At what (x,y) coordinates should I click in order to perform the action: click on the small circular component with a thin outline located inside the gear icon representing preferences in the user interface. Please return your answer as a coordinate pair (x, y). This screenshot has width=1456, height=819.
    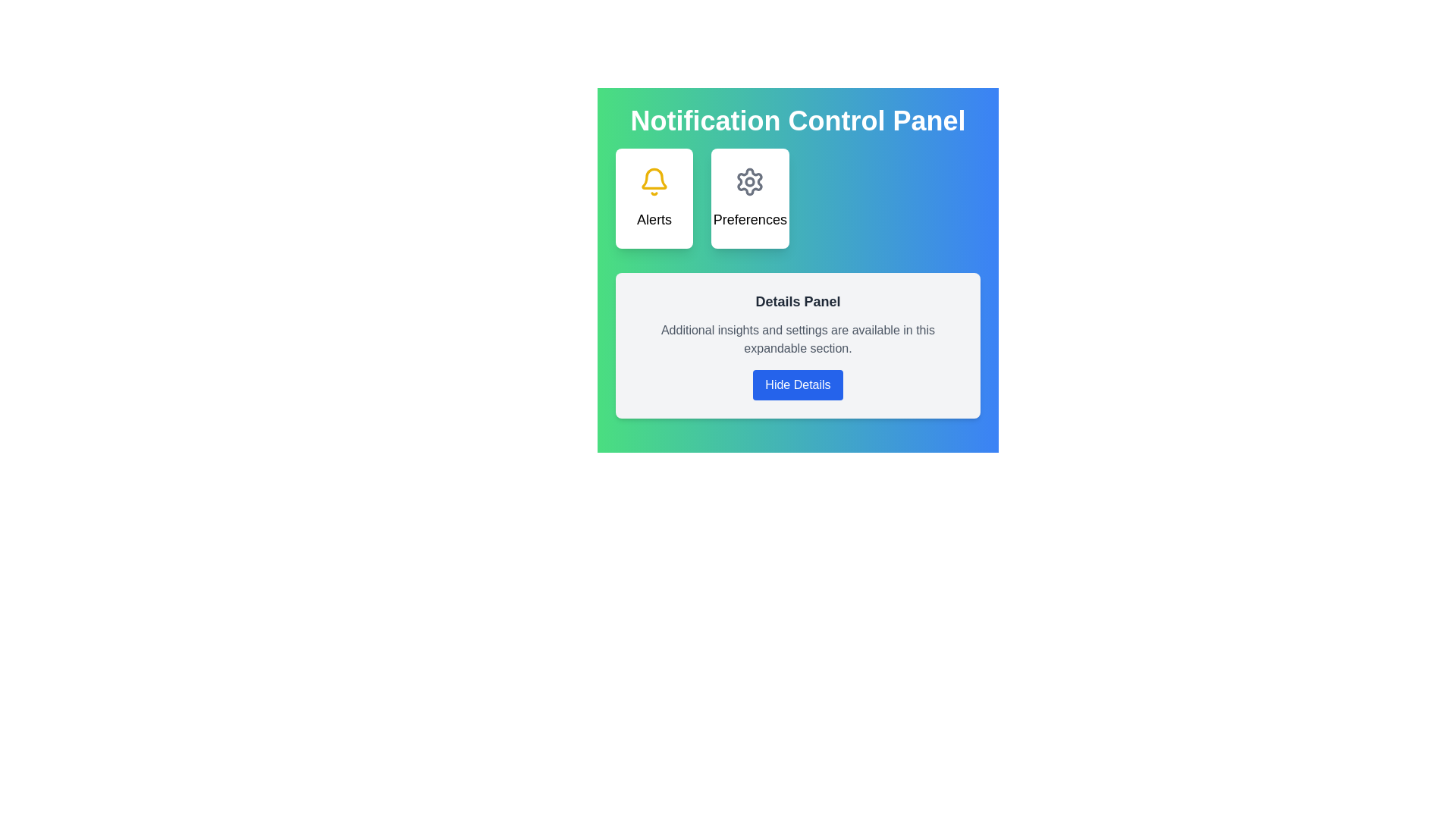
    Looking at the image, I should click on (750, 180).